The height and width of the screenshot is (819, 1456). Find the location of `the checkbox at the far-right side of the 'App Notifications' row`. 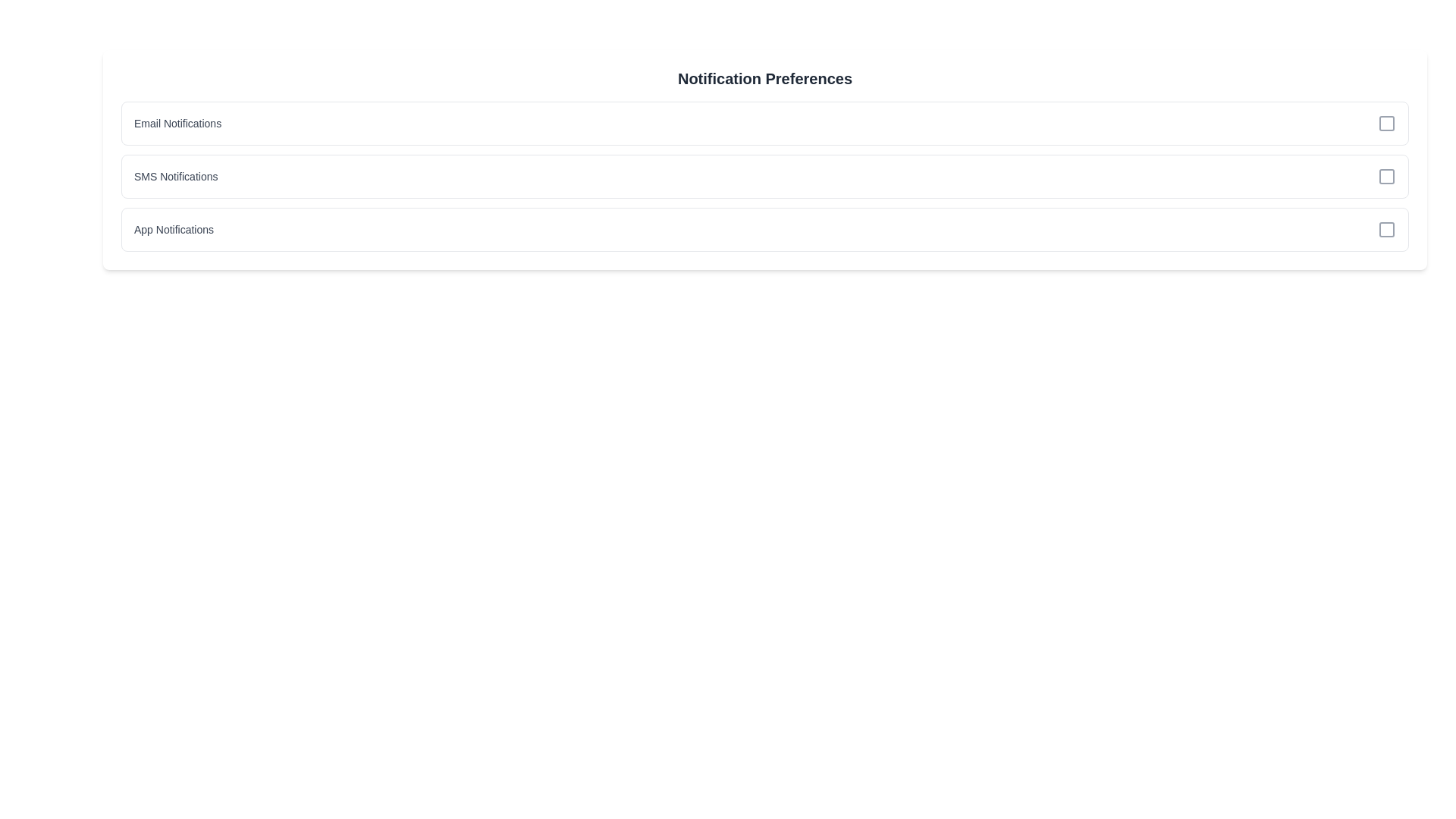

the checkbox at the far-right side of the 'App Notifications' row is located at coordinates (1386, 230).